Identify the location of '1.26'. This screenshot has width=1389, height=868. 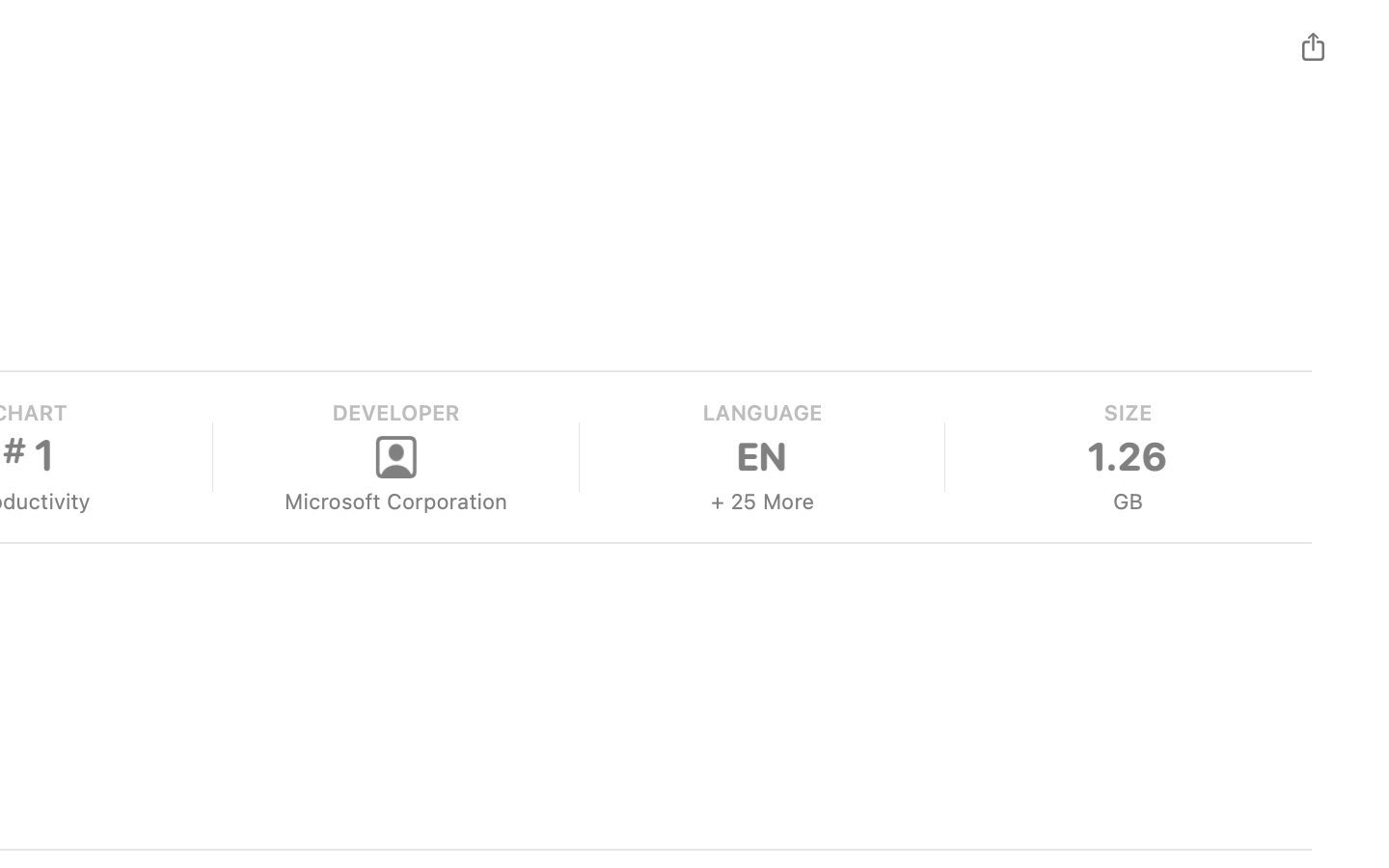
(1126, 456).